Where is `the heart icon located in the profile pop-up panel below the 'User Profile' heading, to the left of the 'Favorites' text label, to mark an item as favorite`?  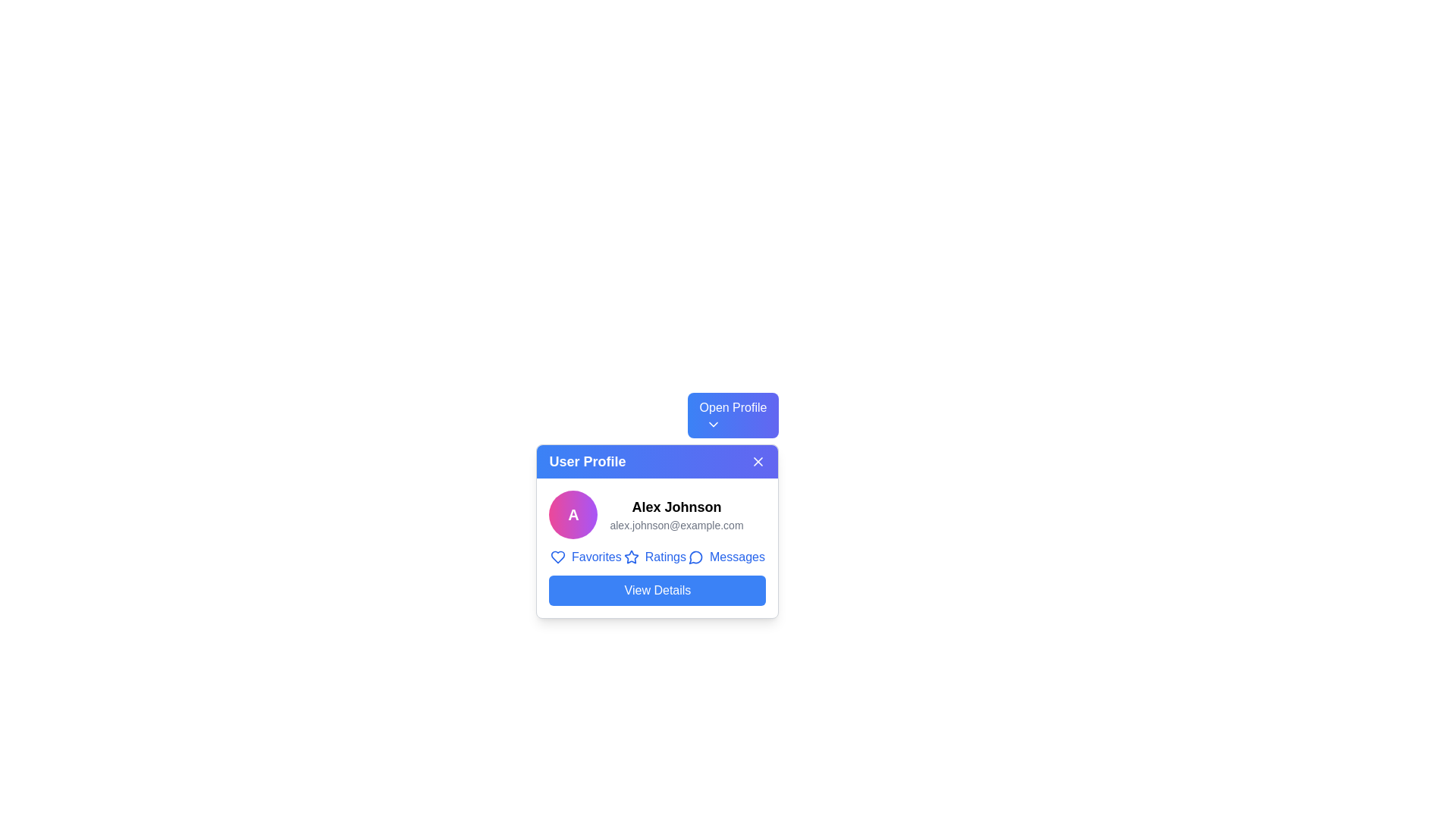
the heart icon located in the profile pop-up panel below the 'User Profile' heading, to the left of the 'Favorites' text label, to mark an item as favorite is located at coordinates (557, 557).